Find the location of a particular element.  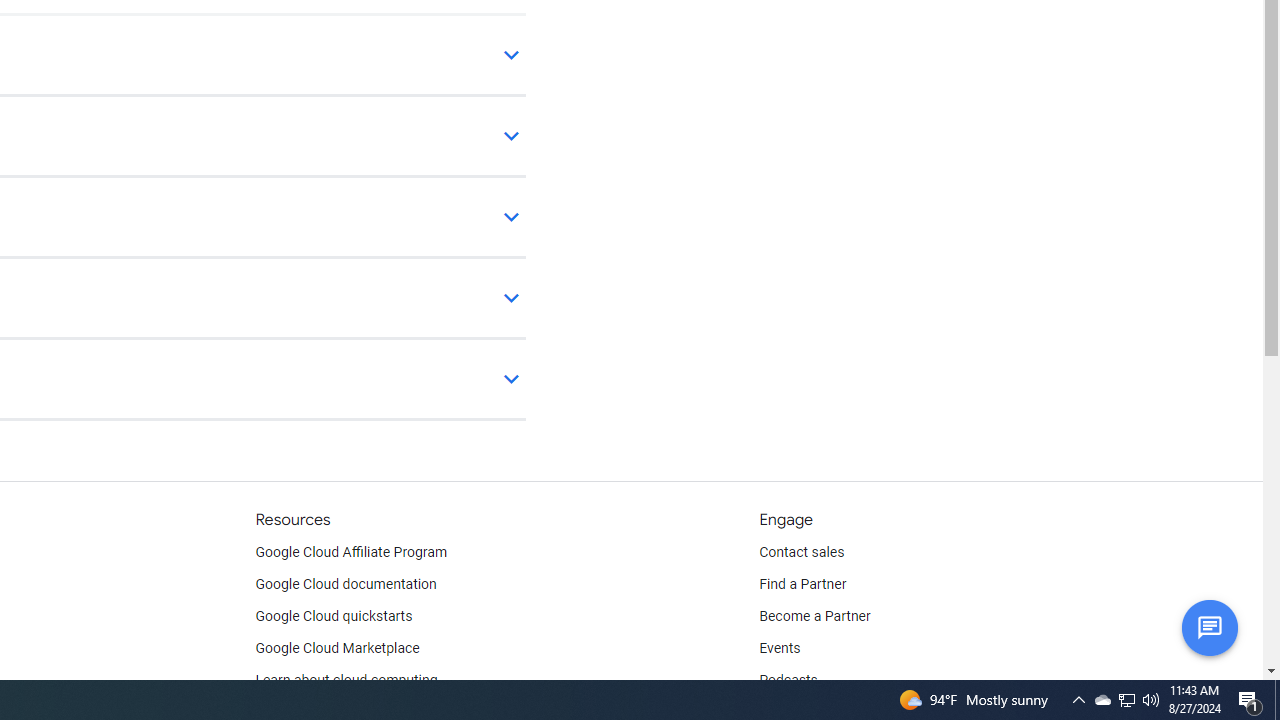

'Contact sales' is located at coordinates (801, 552).